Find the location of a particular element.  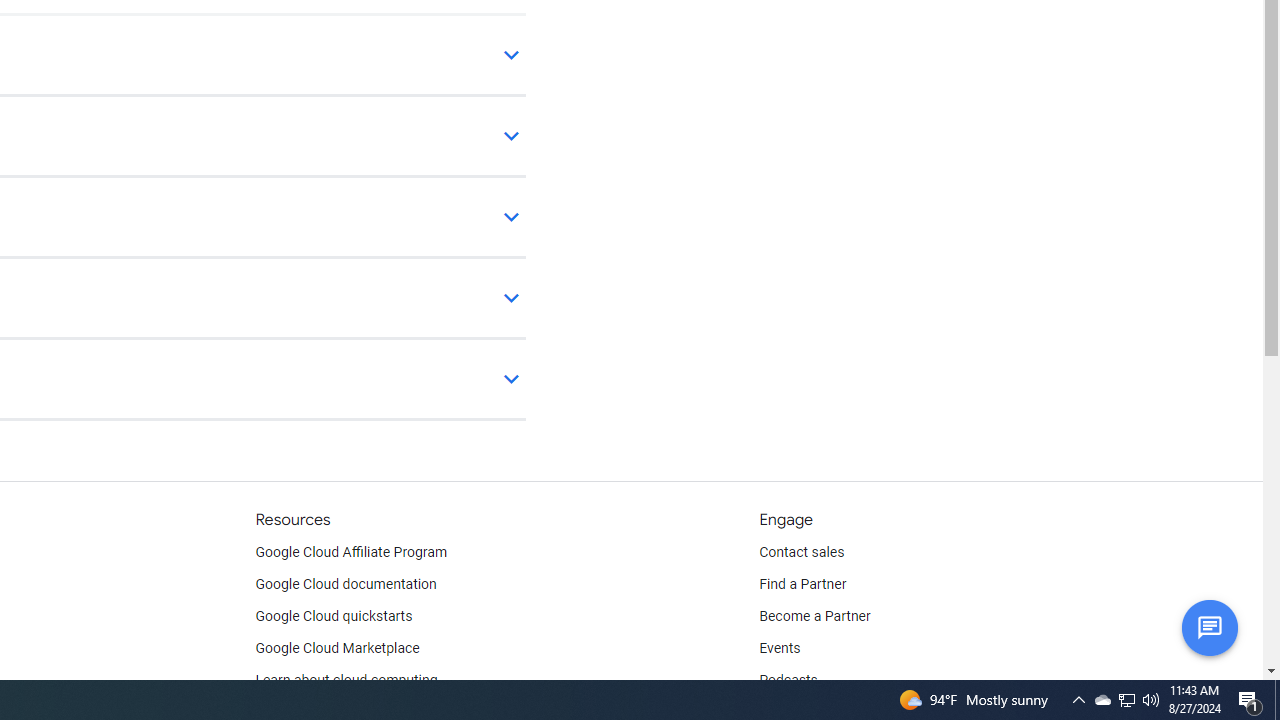

'Contact sales' is located at coordinates (801, 552).